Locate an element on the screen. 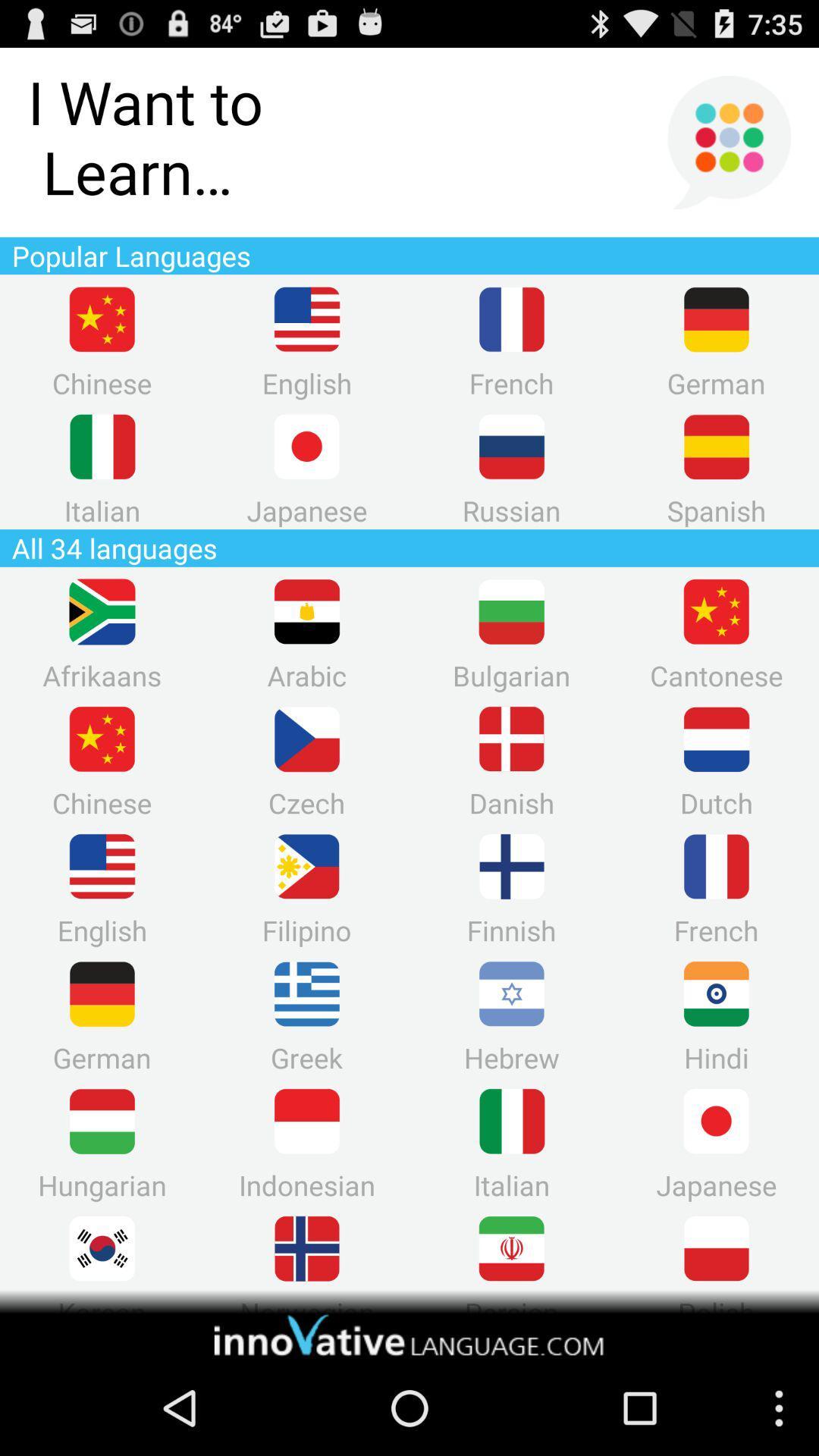  the pause icon is located at coordinates (512, 1199).